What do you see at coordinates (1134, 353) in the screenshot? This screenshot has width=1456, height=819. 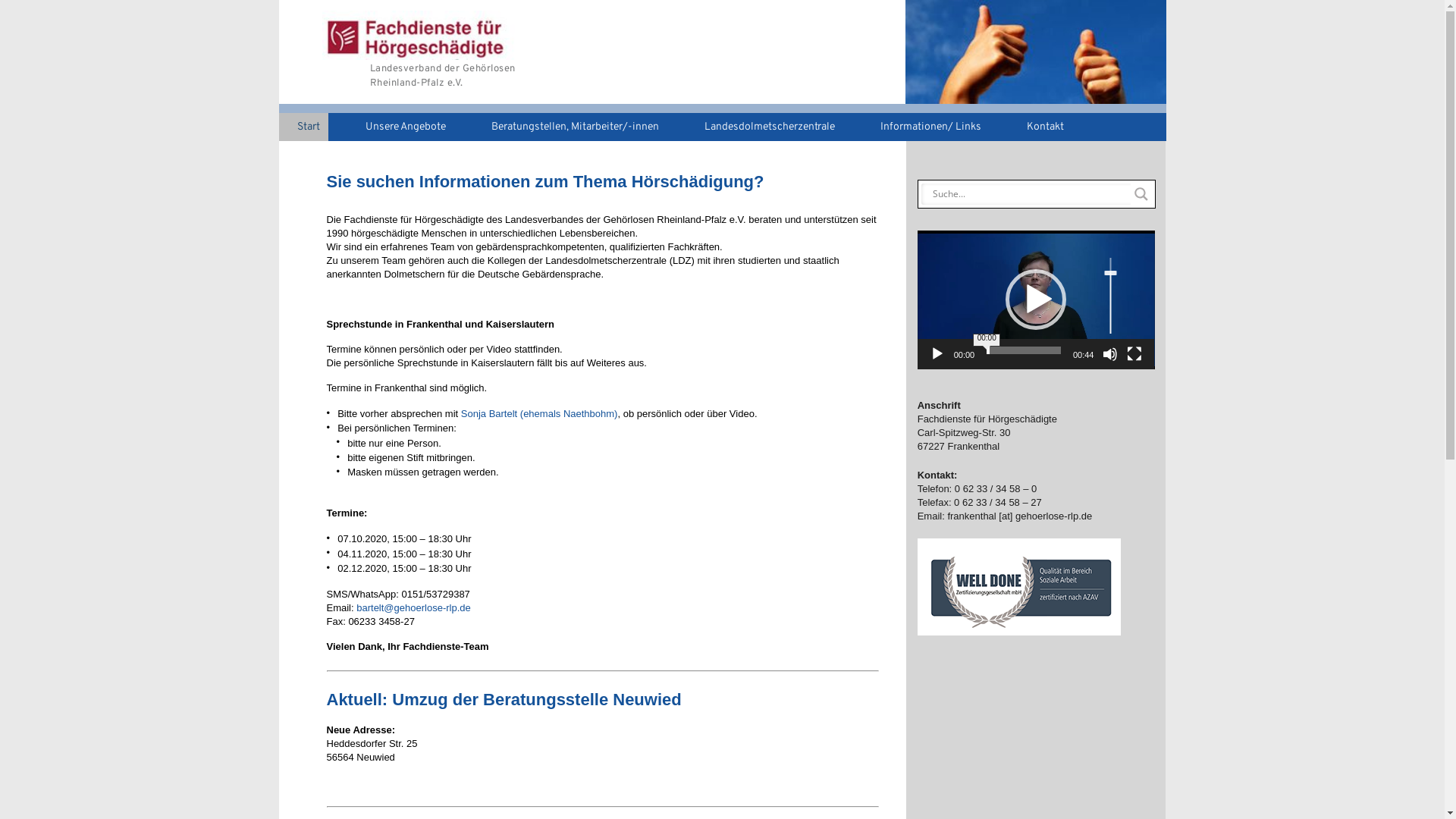 I see `'Fullscreen'` at bounding box center [1134, 353].